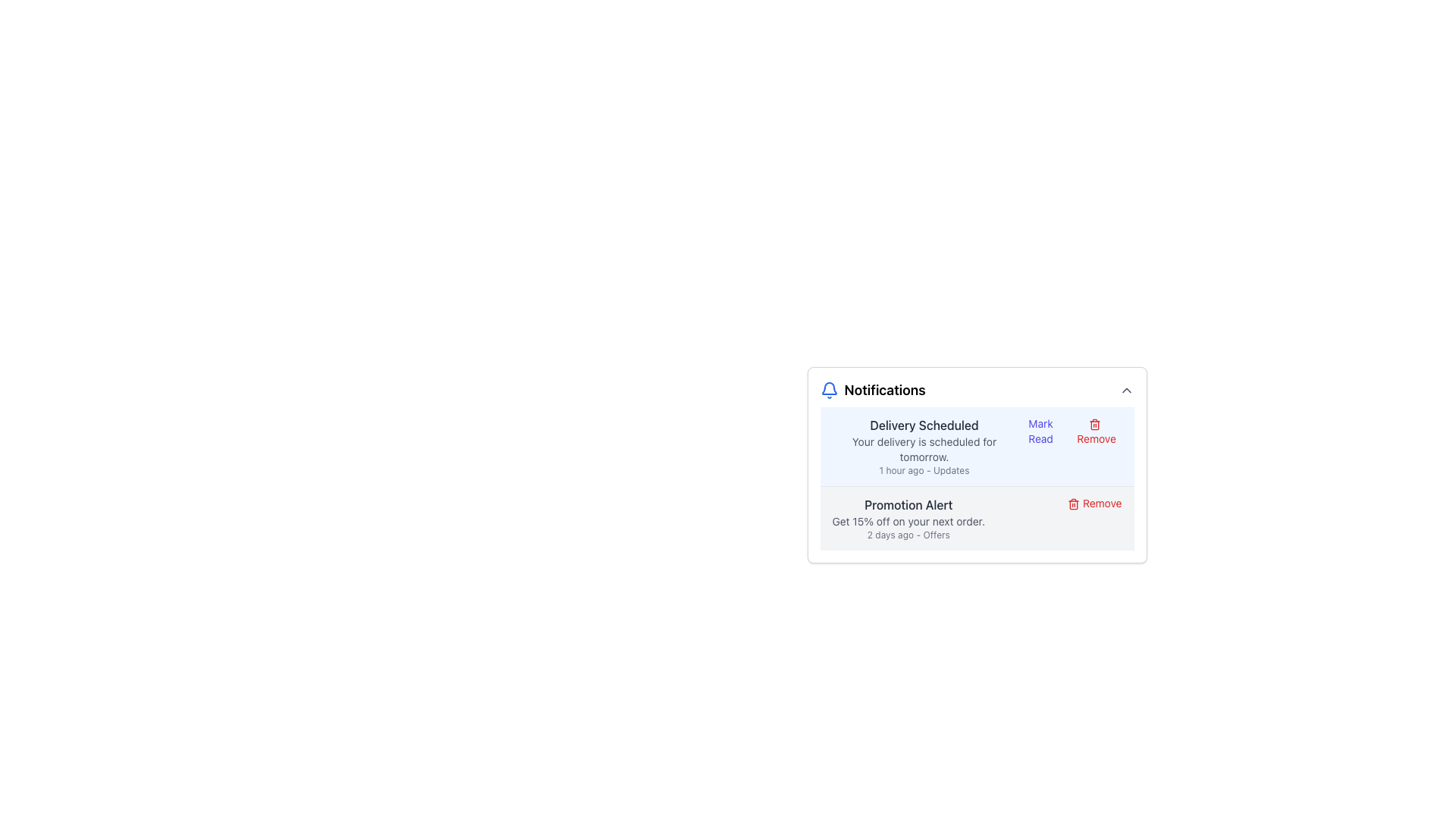  Describe the element at coordinates (1073, 504) in the screenshot. I see `the red trash icon located next to the 'Remove' text` at that location.